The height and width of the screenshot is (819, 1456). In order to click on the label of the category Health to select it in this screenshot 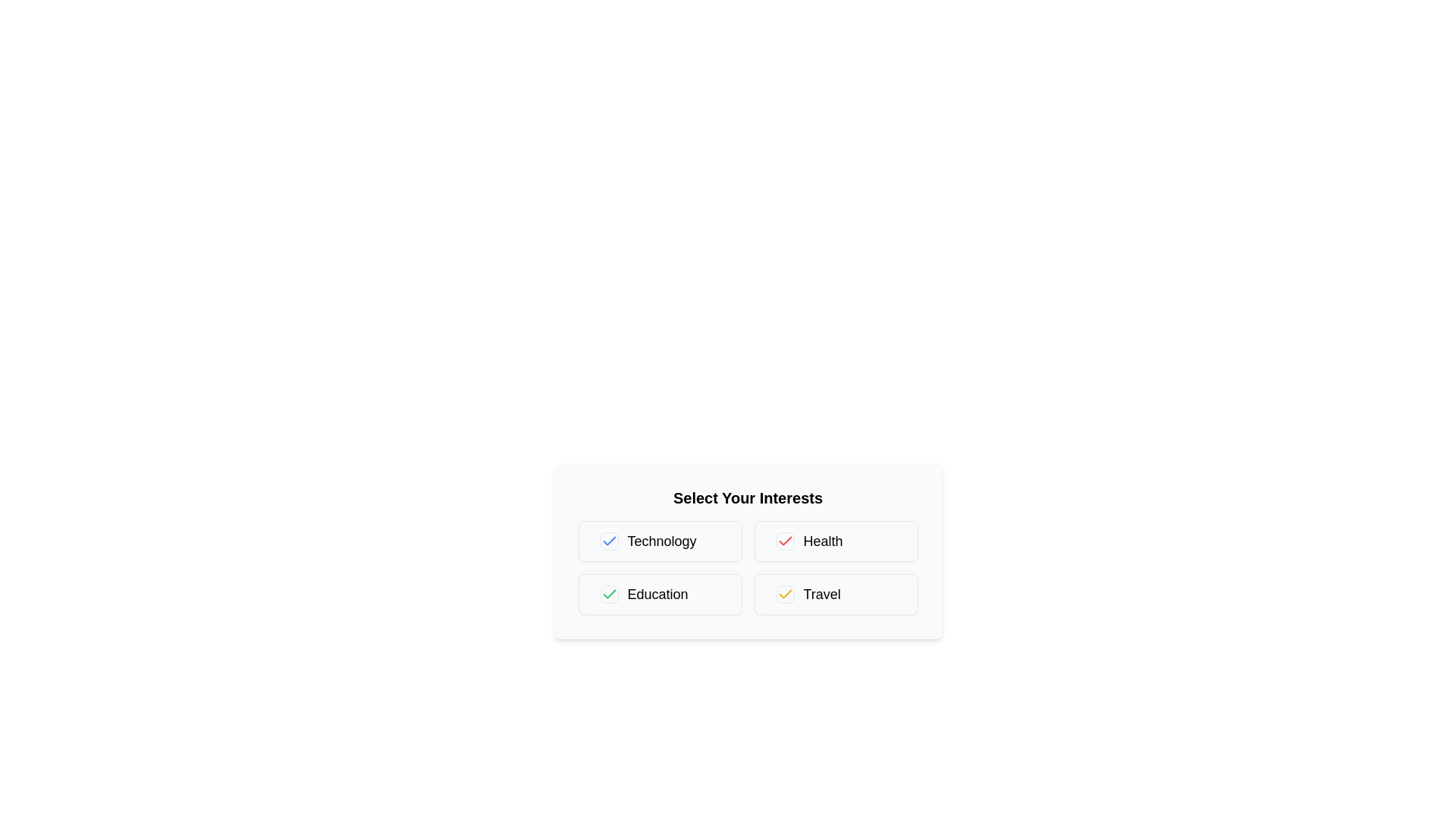, I will do `click(835, 540)`.